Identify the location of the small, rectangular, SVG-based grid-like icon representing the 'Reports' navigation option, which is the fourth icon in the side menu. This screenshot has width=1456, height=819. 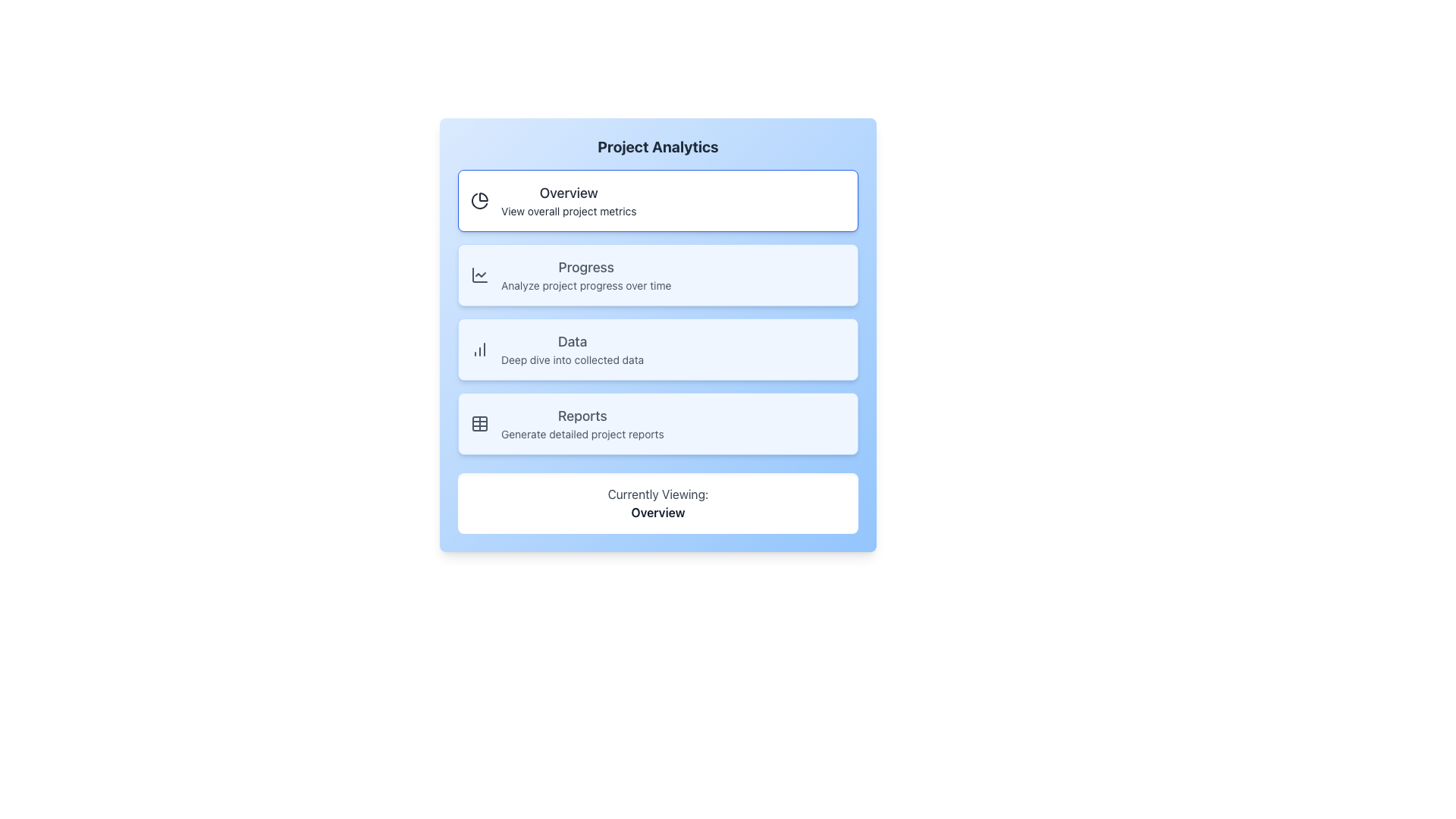
(479, 424).